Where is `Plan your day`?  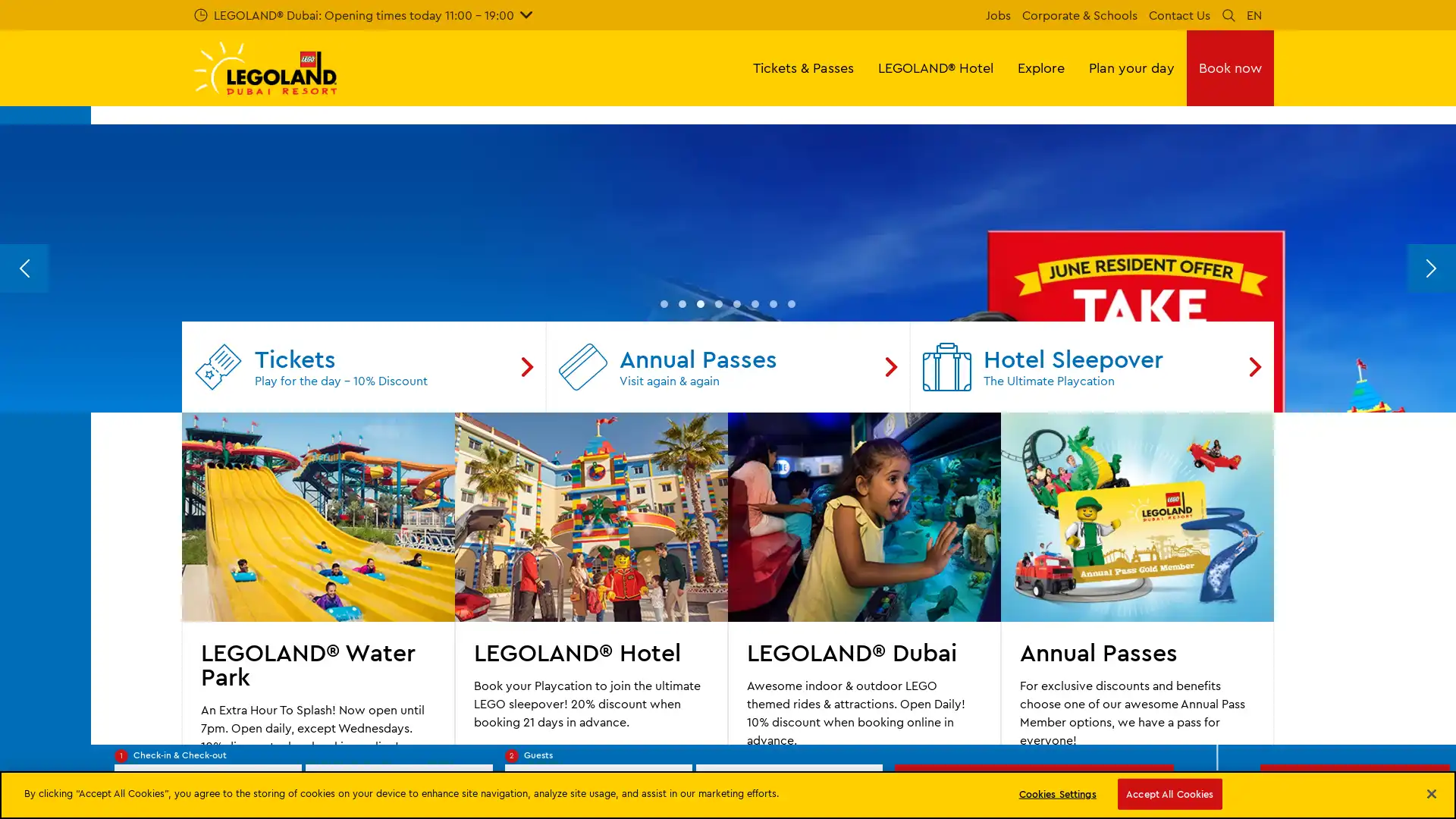
Plan your day is located at coordinates (1131, 67).